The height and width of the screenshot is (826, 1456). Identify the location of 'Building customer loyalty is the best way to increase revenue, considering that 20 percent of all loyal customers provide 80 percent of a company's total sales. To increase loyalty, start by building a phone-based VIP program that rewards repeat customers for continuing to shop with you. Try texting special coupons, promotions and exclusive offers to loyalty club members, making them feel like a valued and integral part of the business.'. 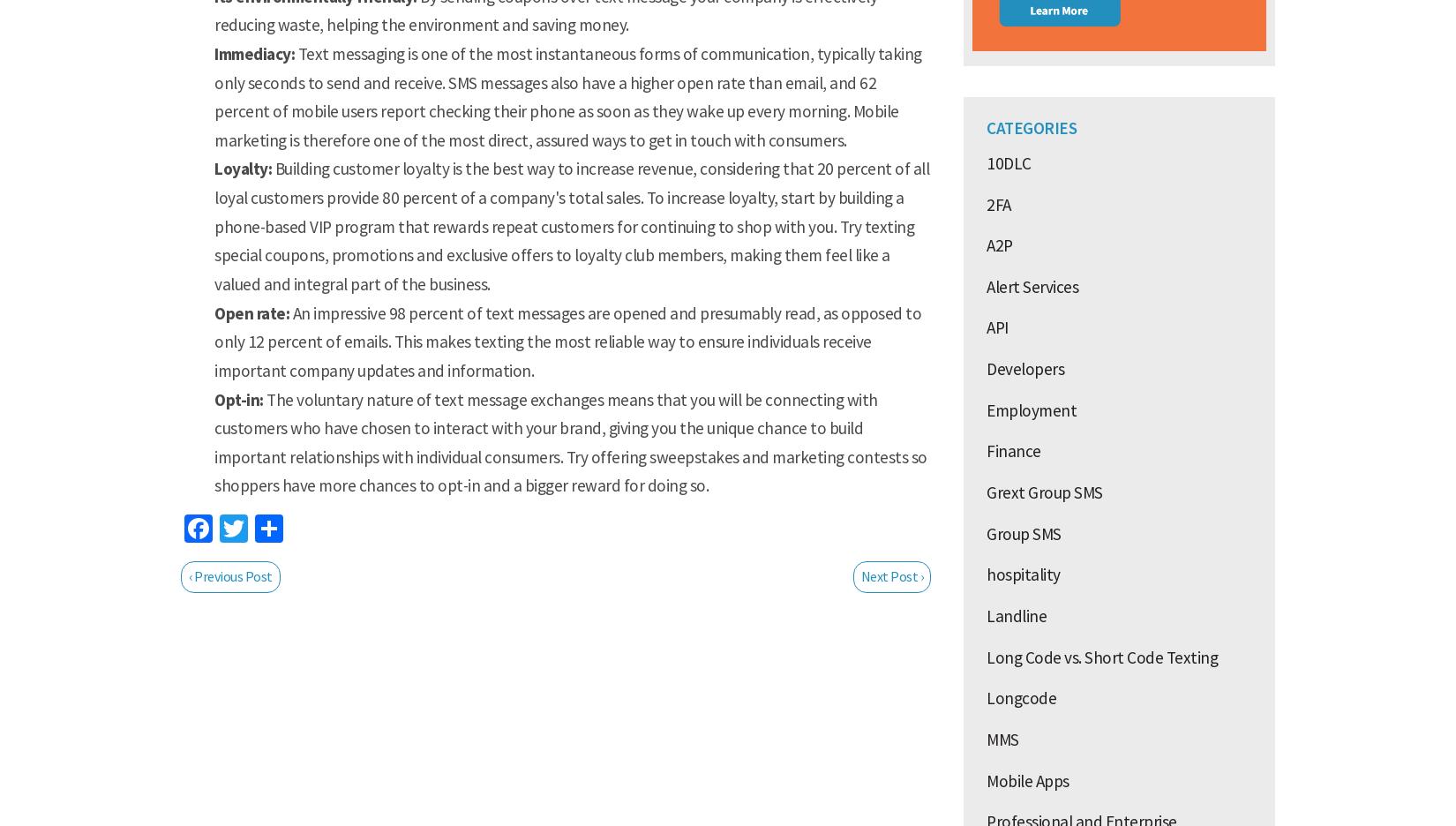
(570, 225).